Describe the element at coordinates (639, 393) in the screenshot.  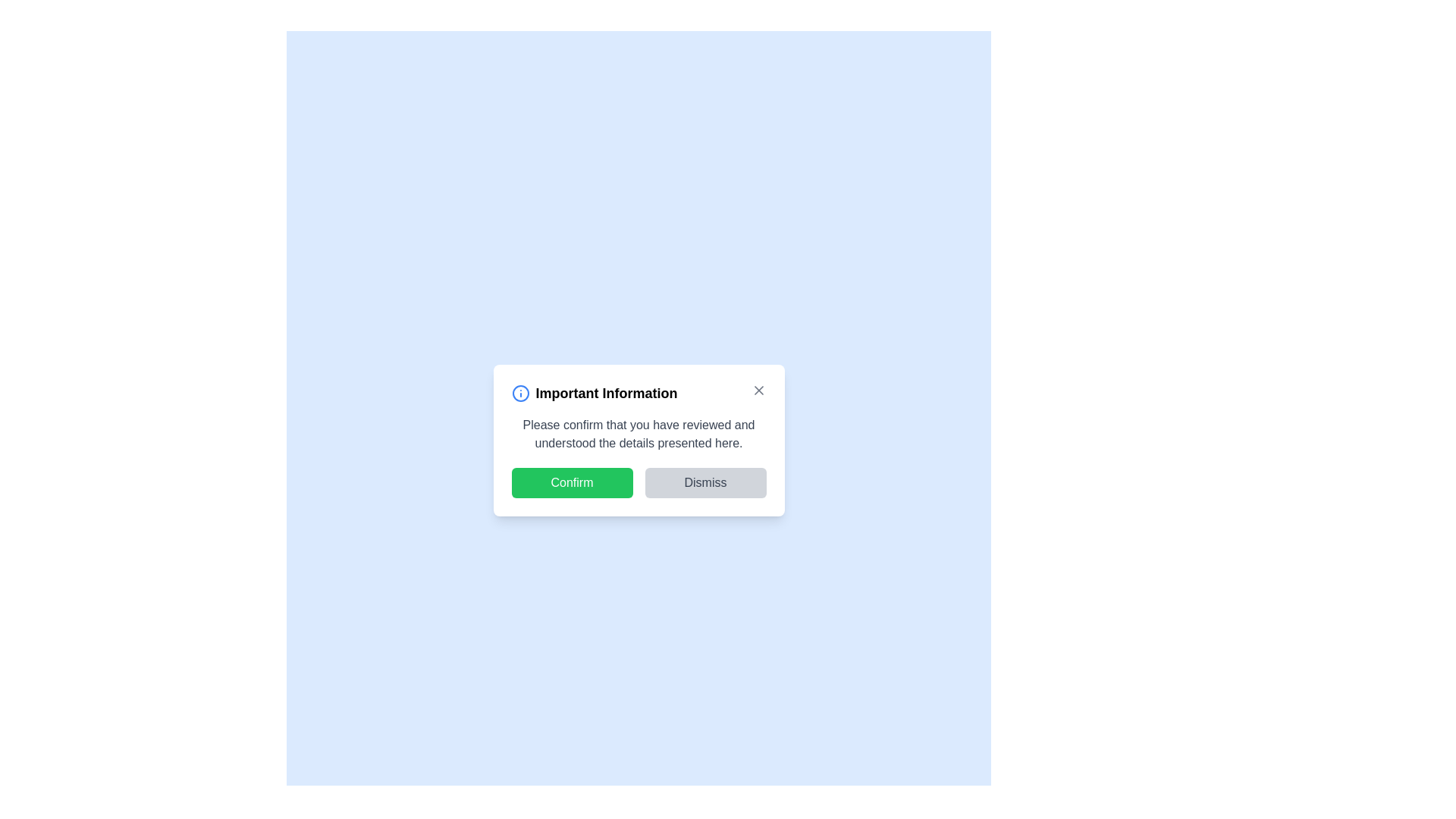
I see `the 'Important Information' text in the Header section of the modal` at that location.